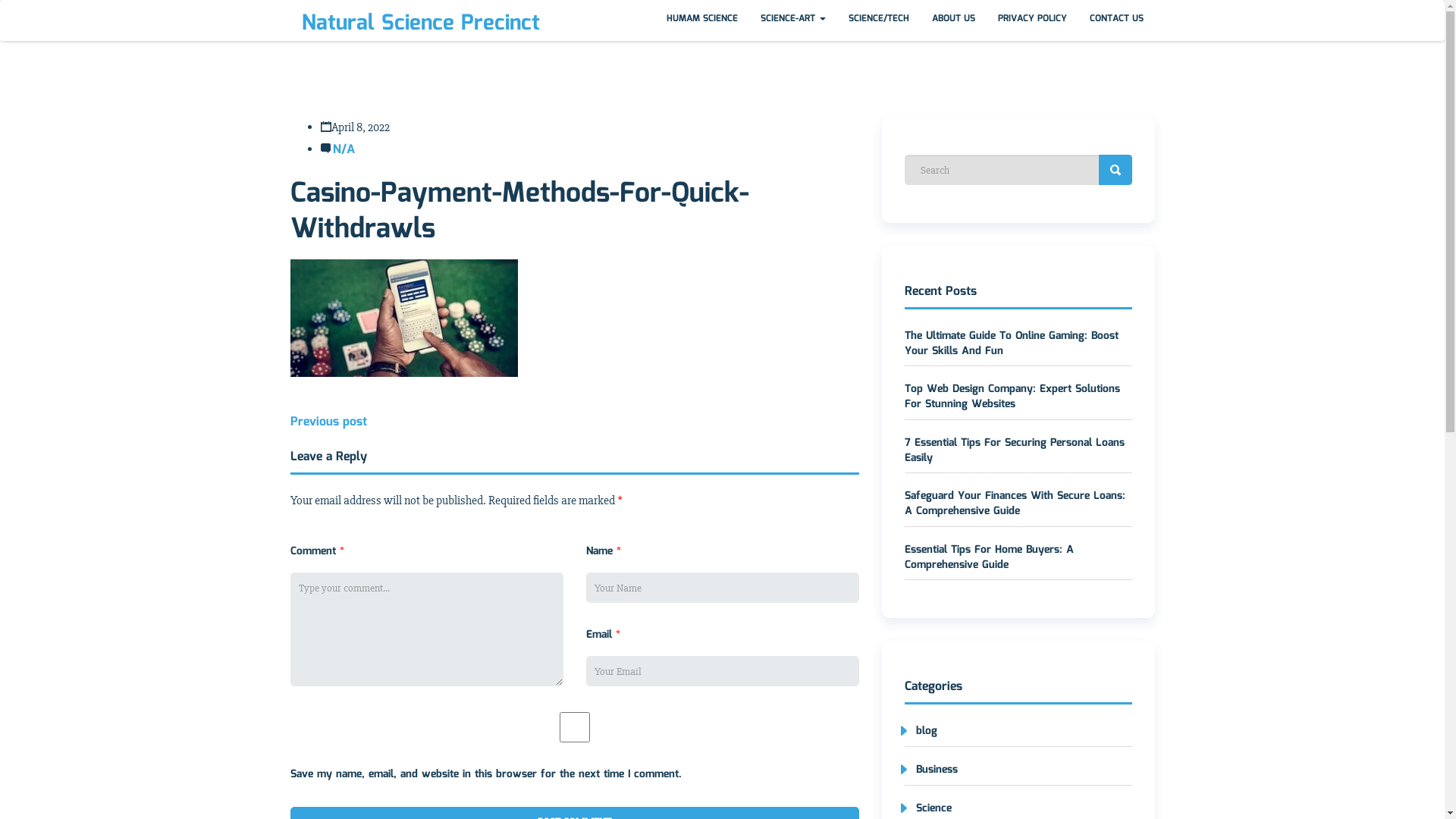  I want to click on 'CONTACT US', so click(1116, 20).